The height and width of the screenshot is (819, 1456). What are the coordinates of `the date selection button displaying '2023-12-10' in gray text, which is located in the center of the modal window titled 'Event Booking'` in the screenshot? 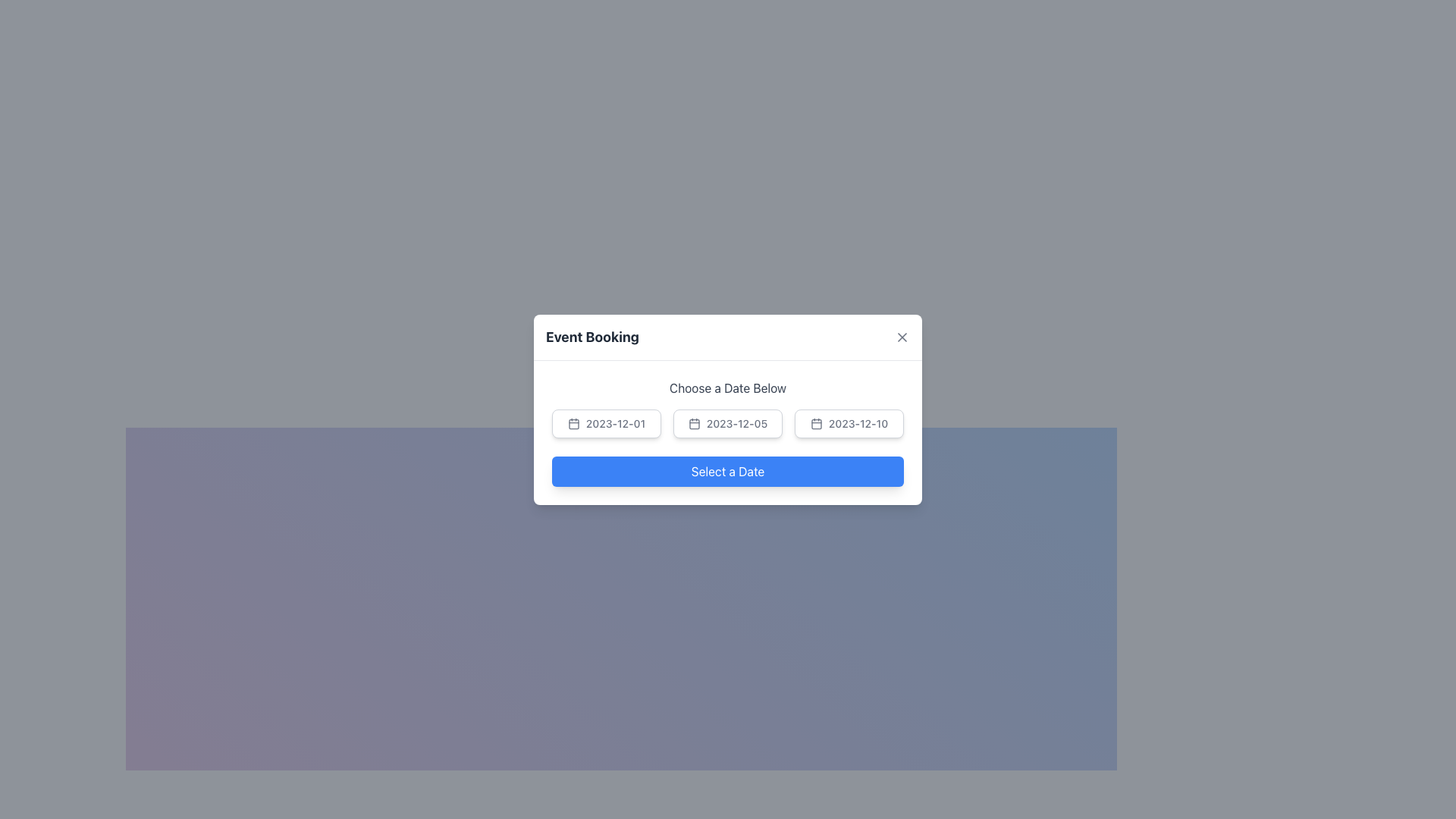 It's located at (848, 423).